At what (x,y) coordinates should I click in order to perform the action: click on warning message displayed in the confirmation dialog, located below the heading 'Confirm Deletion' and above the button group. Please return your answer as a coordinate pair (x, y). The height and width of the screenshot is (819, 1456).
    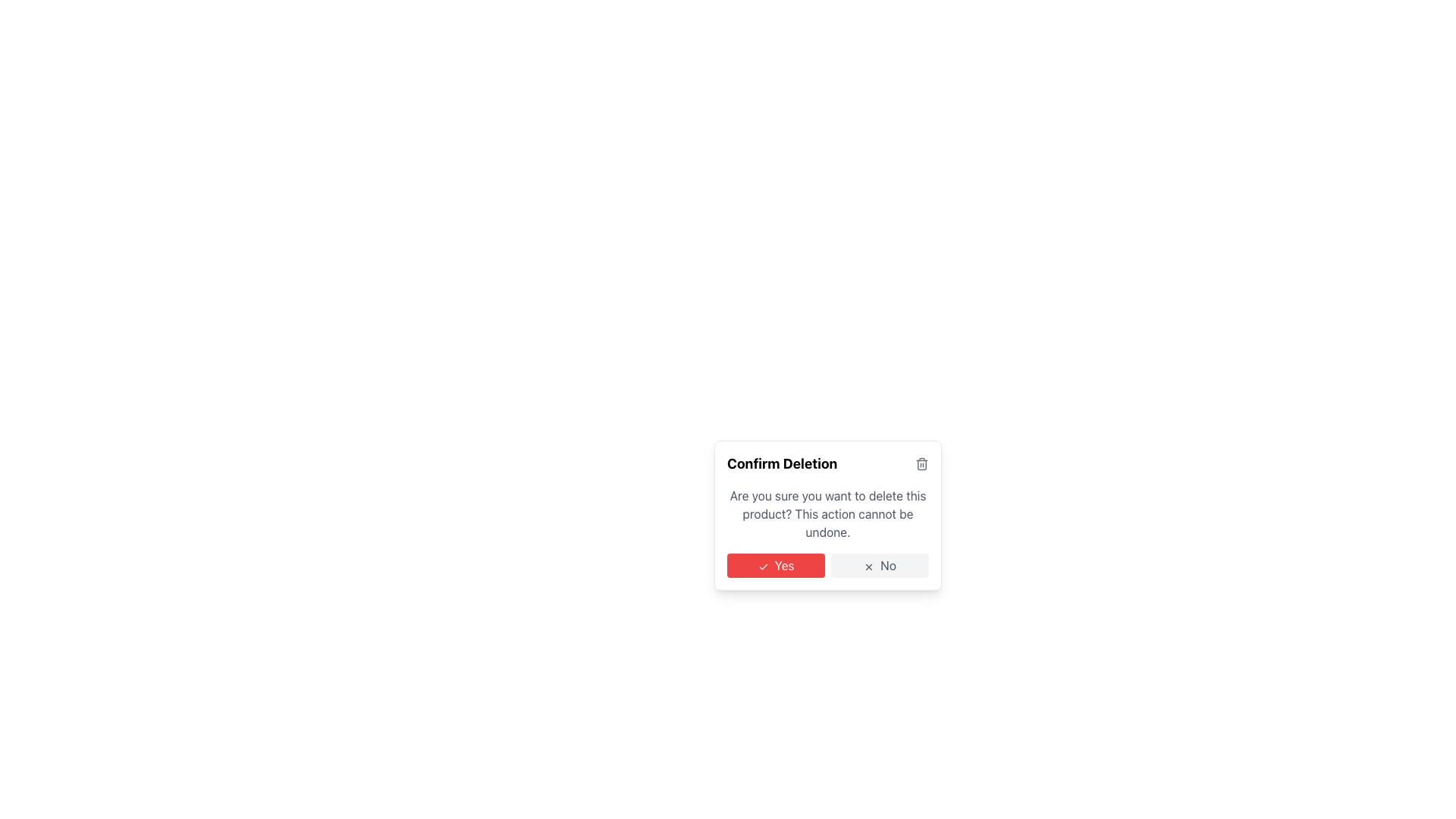
    Looking at the image, I should click on (827, 513).